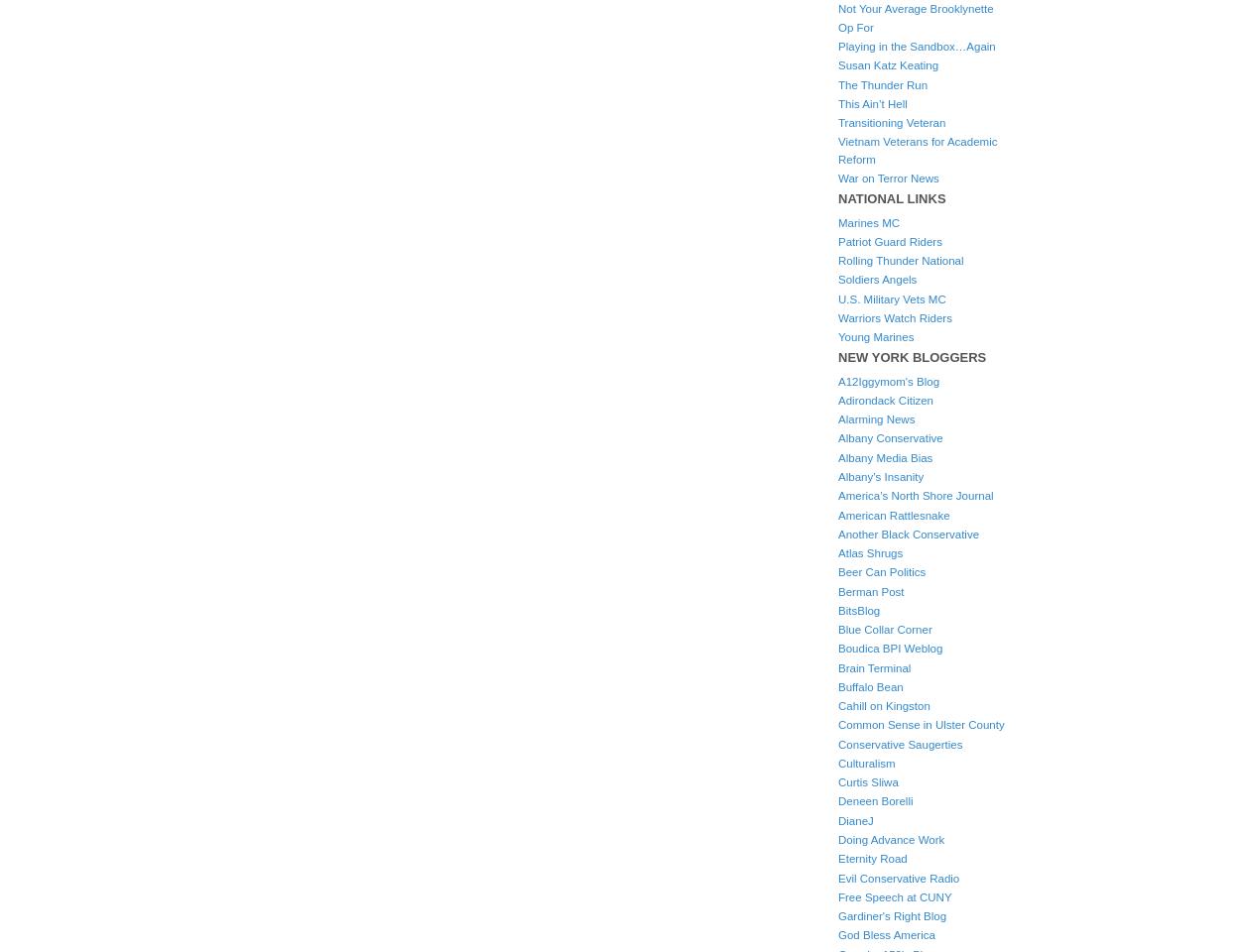  Describe the element at coordinates (865, 761) in the screenshot. I see `'Culturalism'` at that location.